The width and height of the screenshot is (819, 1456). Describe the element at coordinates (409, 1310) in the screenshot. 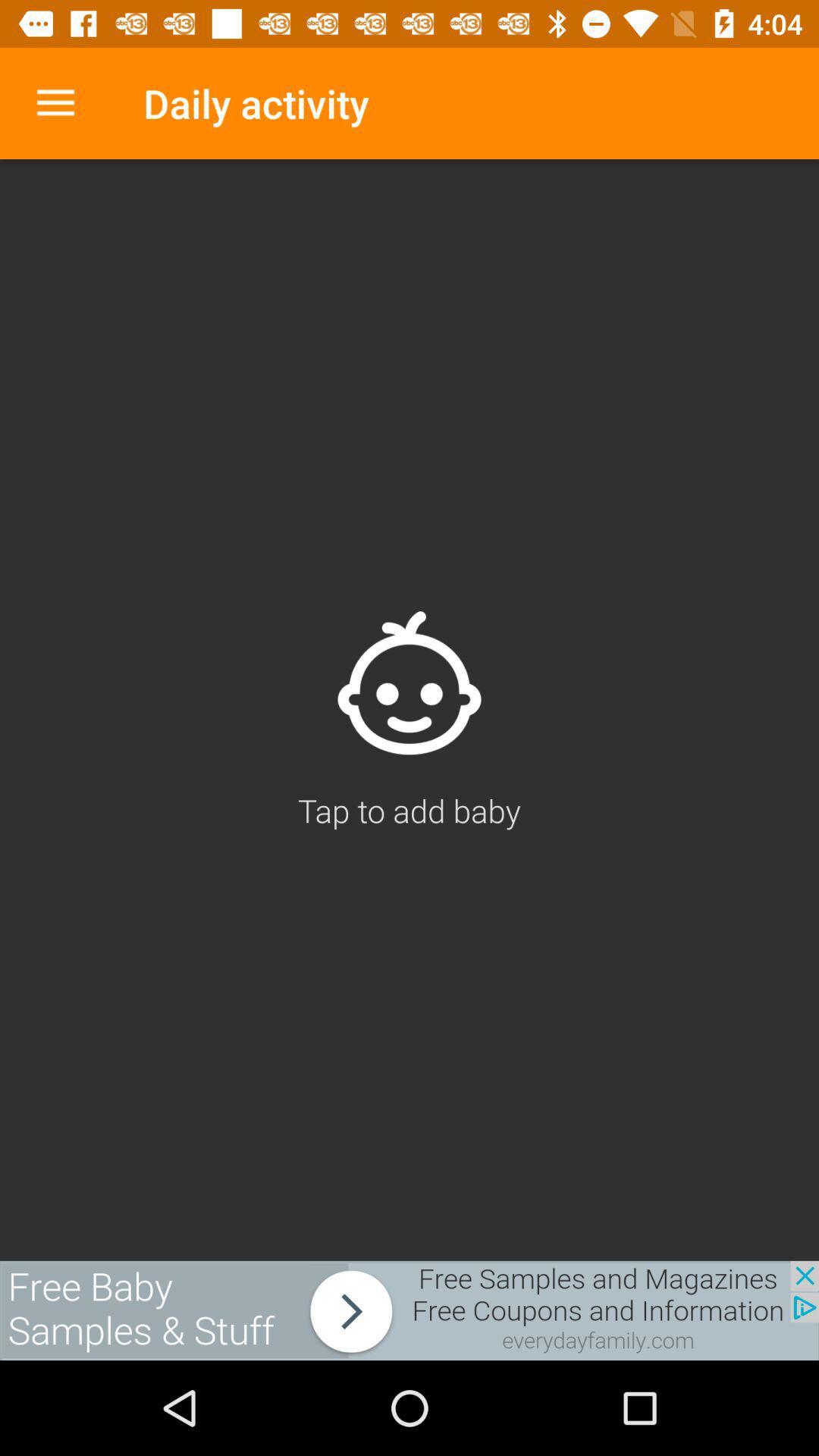

I see `click on advertisement for free baby samples` at that location.